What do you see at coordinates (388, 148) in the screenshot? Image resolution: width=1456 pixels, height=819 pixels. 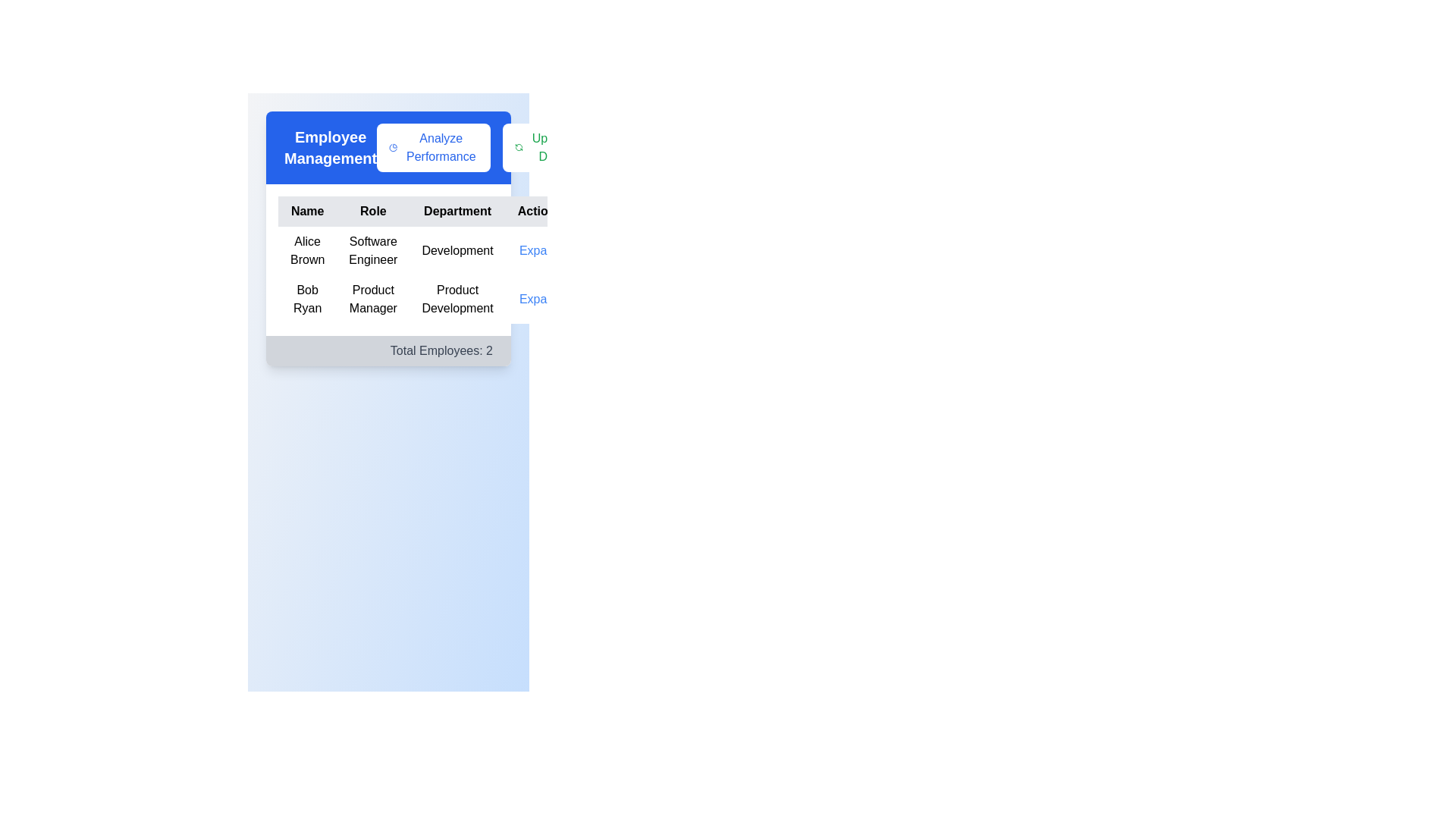 I see `the interactive buttons of the Header section in the employee management interface for keyboard navigation` at bounding box center [388, 148].